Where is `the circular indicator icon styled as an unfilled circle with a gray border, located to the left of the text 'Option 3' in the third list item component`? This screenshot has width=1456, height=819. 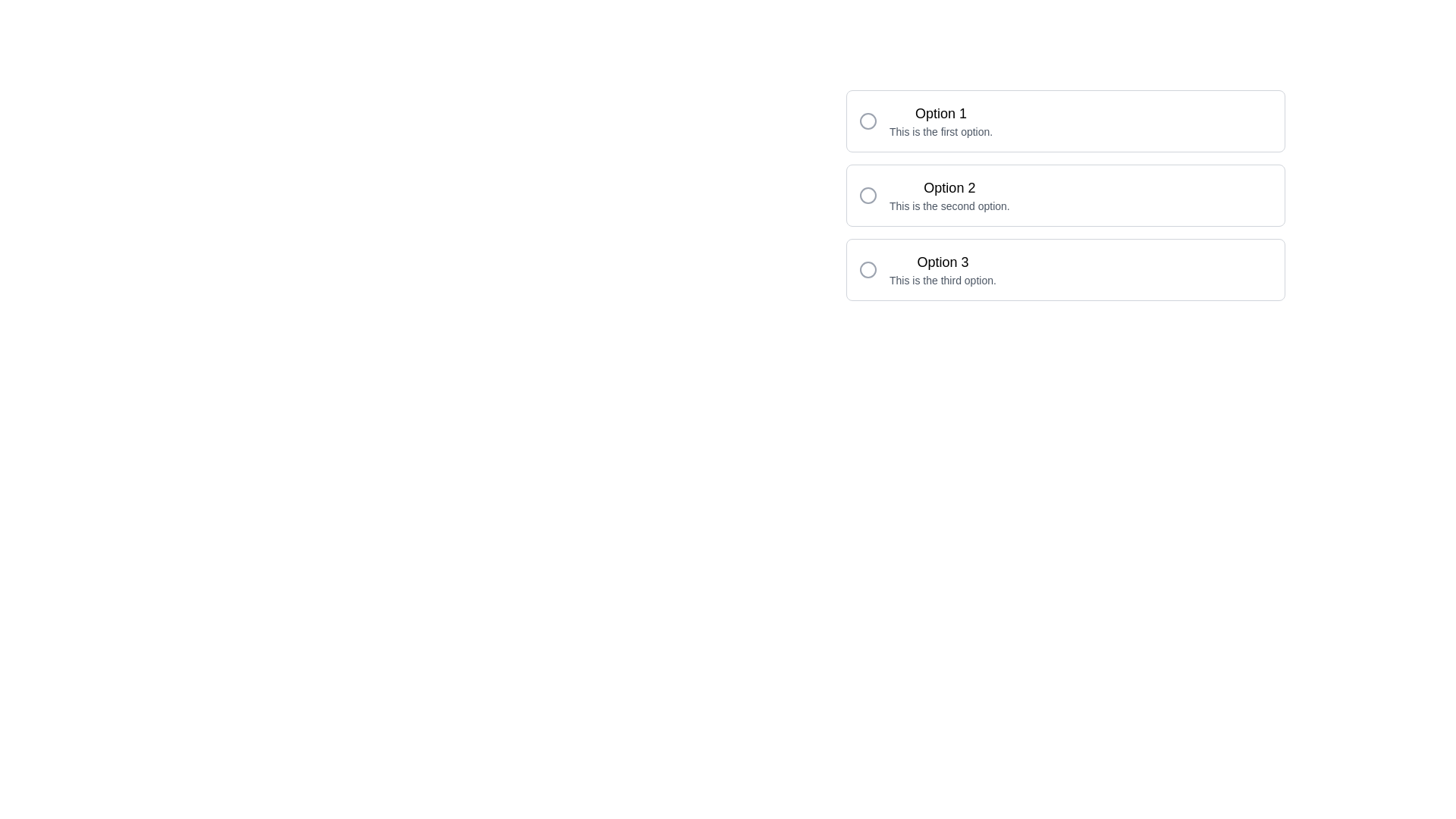
the circular indicator icon styled as an unfilled circle with a gray border, located to the left of the text 'Option 3' in the third list item component is located at coordinates (868, 268).